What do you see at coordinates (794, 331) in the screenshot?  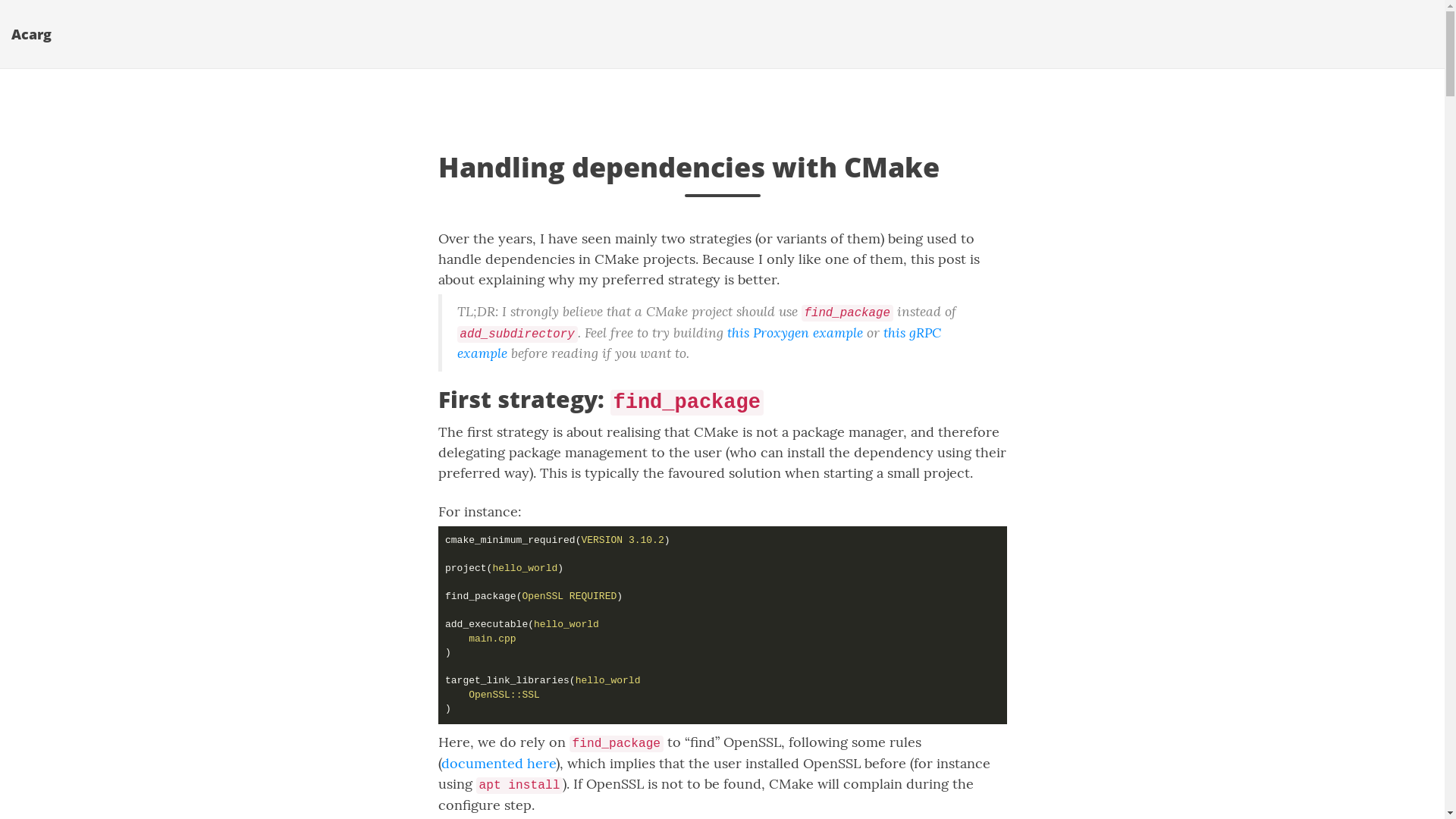 I see `'this Proxygen example'` at bounding box center [794, 331].